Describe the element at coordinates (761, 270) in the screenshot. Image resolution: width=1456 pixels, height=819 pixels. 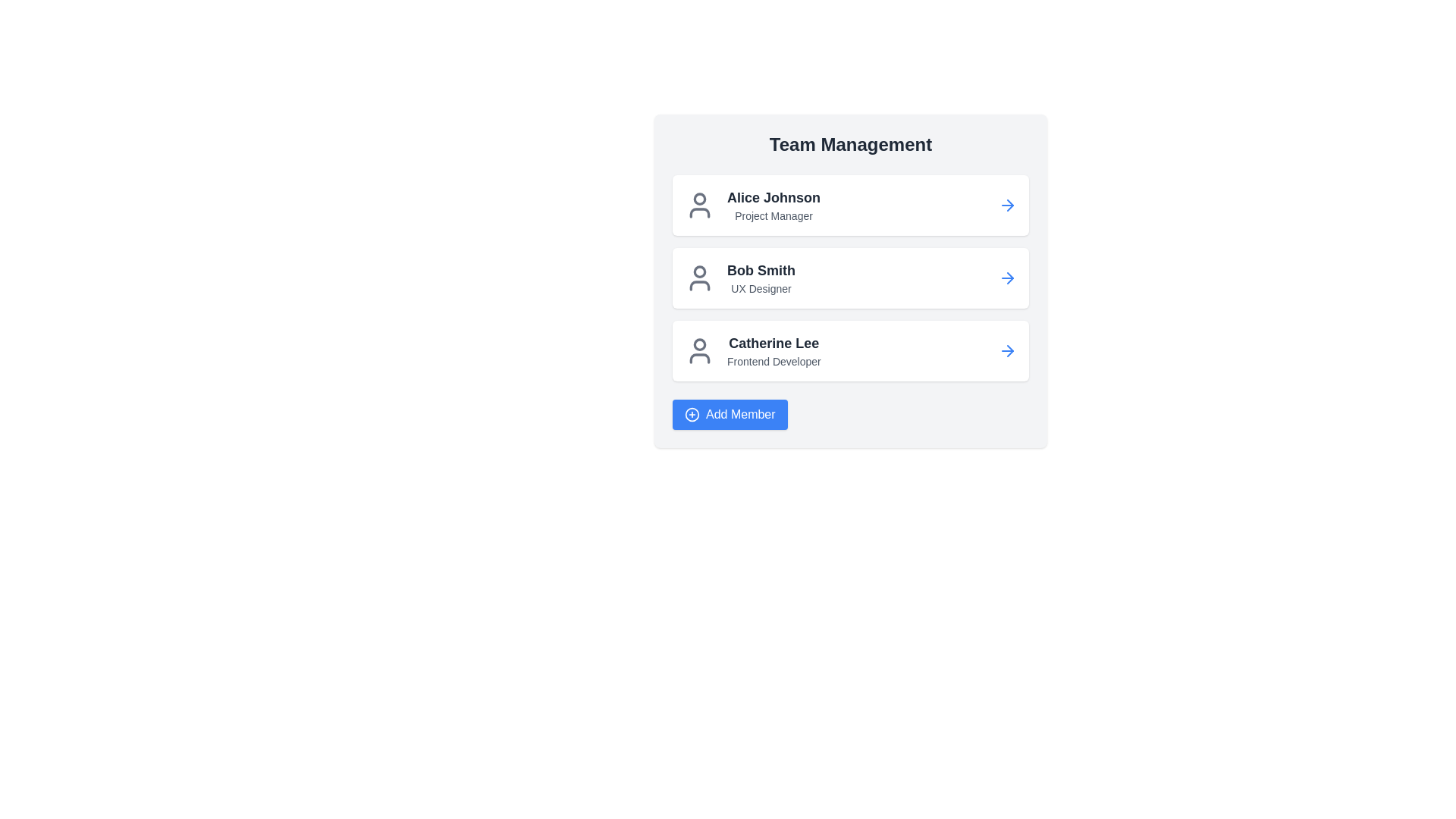
I see `the text label displaying 'Bob Smith', which is in bold, dark-gray font and positioned below 'Alice Johnson' and above 'Catherine Lee'` at that location.